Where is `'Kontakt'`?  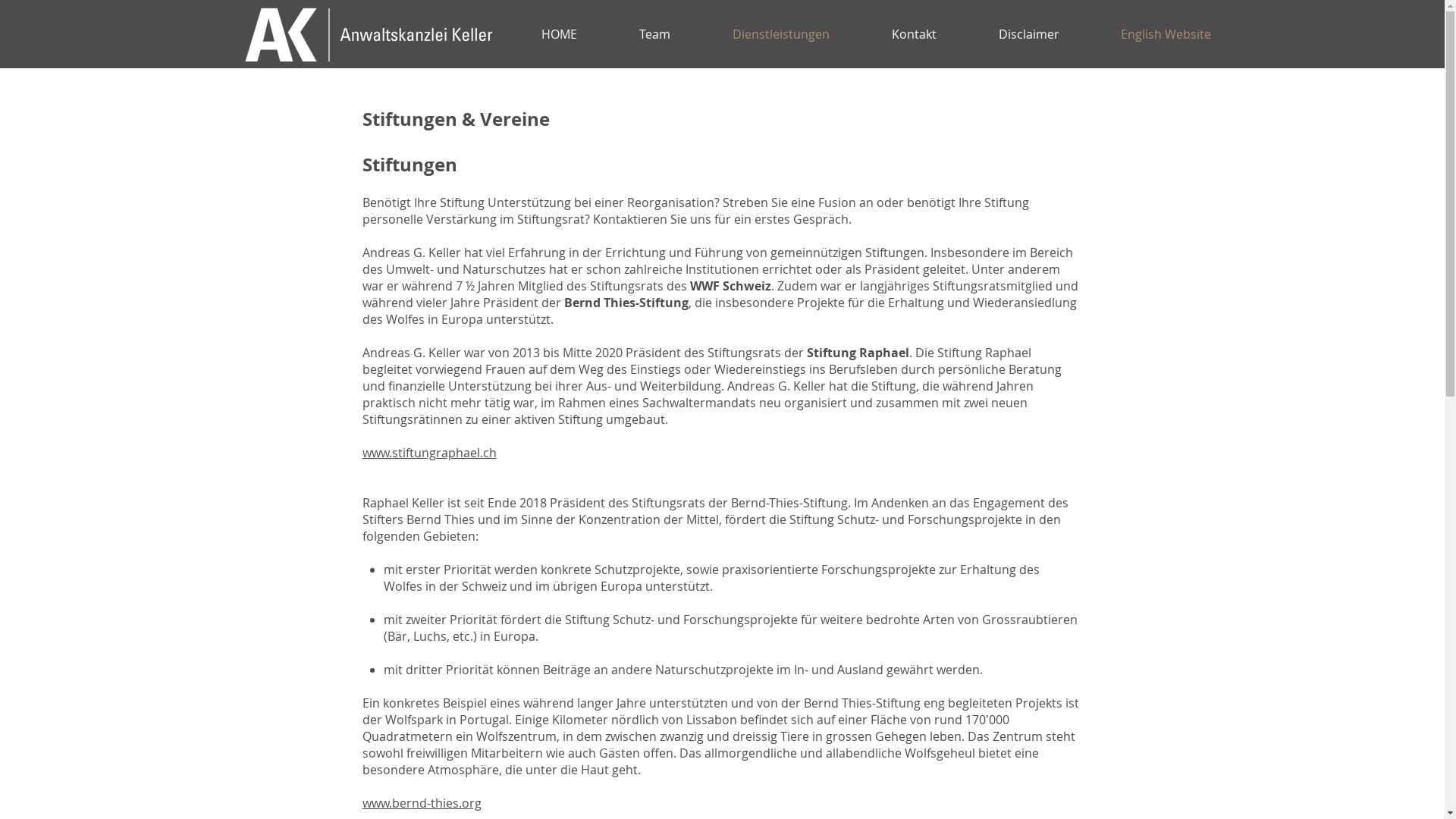 'Kontakt' is located at coordinates (912, 34).